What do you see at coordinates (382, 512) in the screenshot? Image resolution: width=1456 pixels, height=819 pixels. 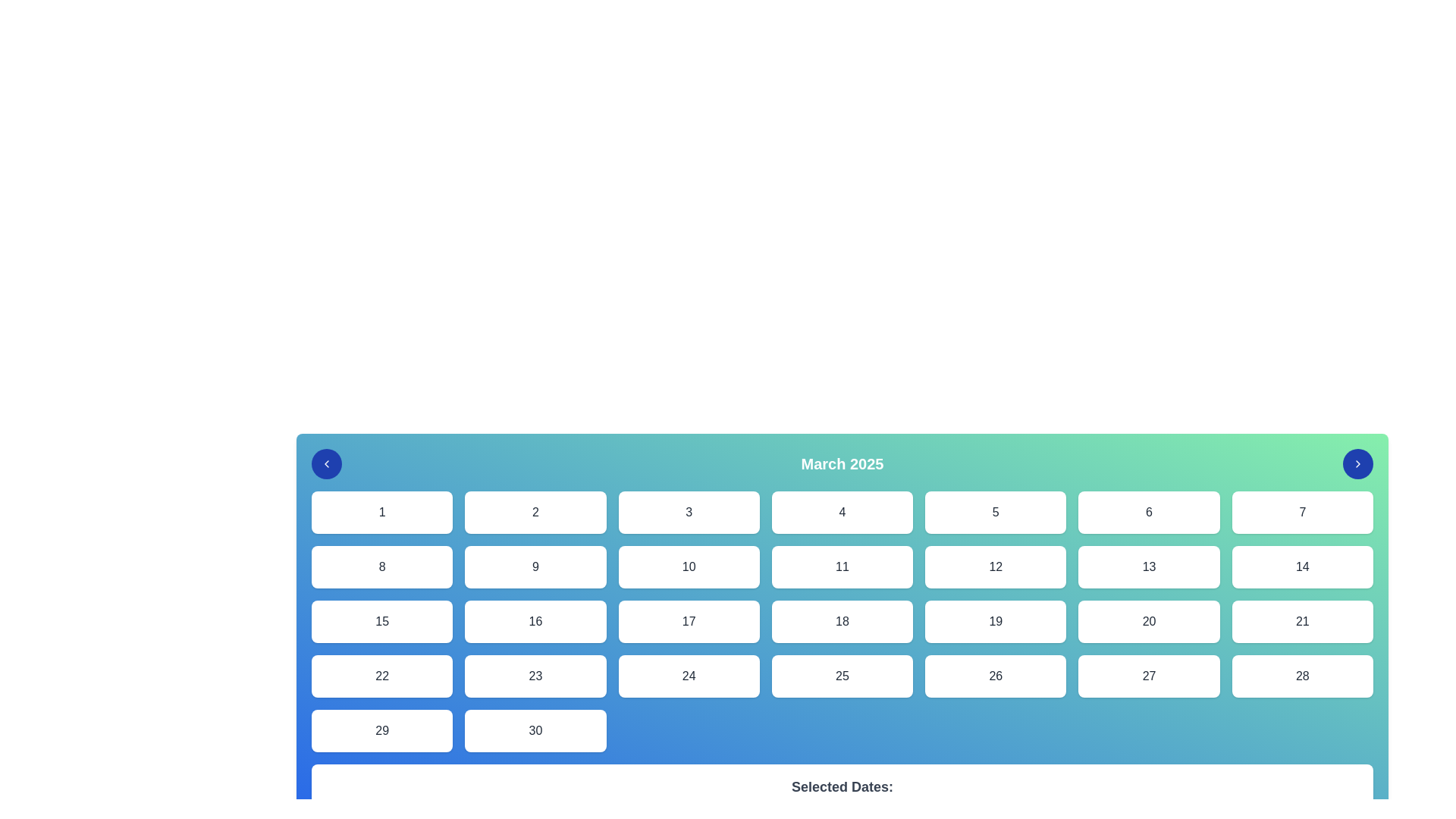 I see `the first day selectable grid item` at bounding box center [382, 512].